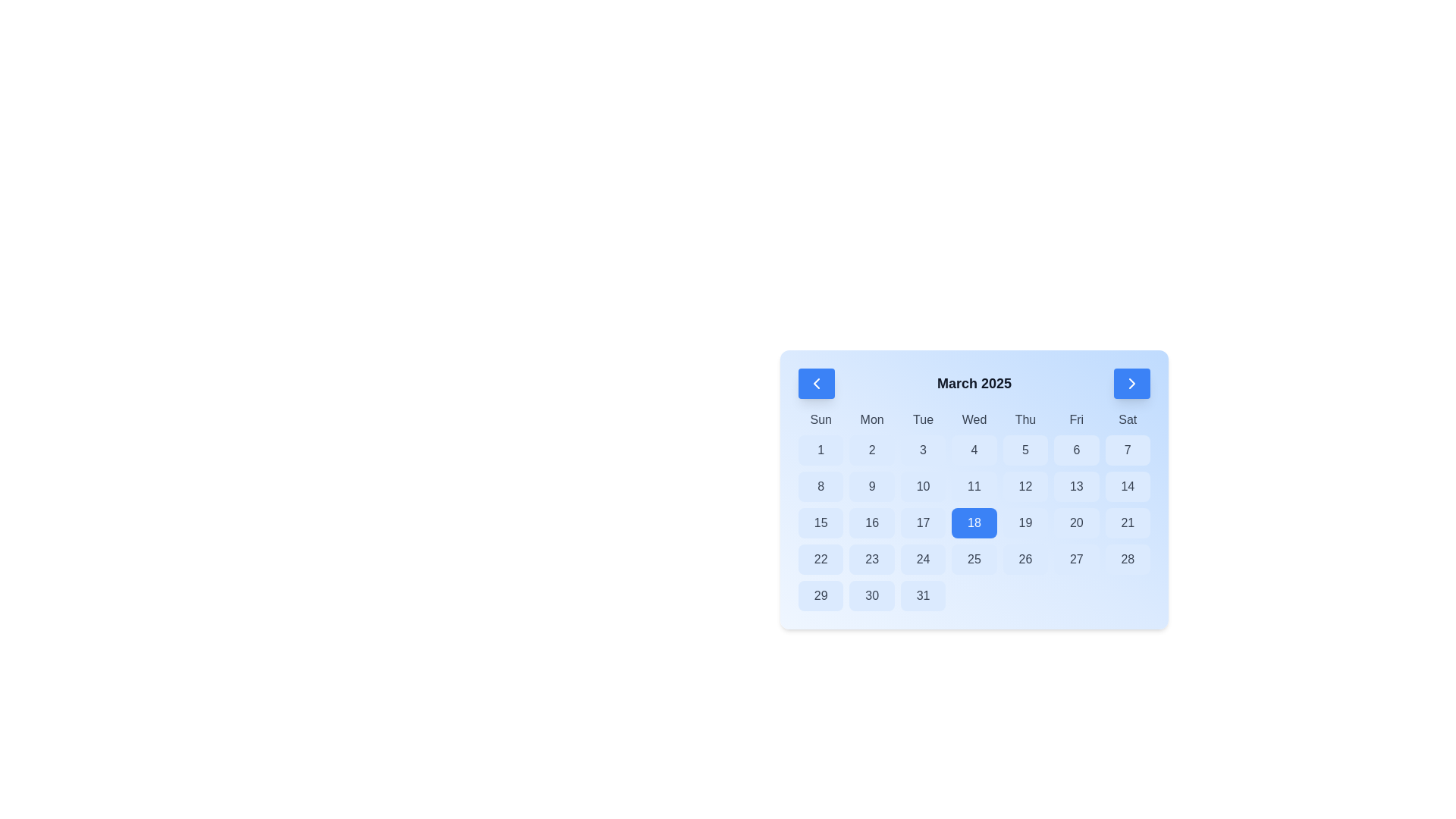  I want to click on the left-facing chevron icon located at the top-left corner of the calendar interface, so click(815, 382).